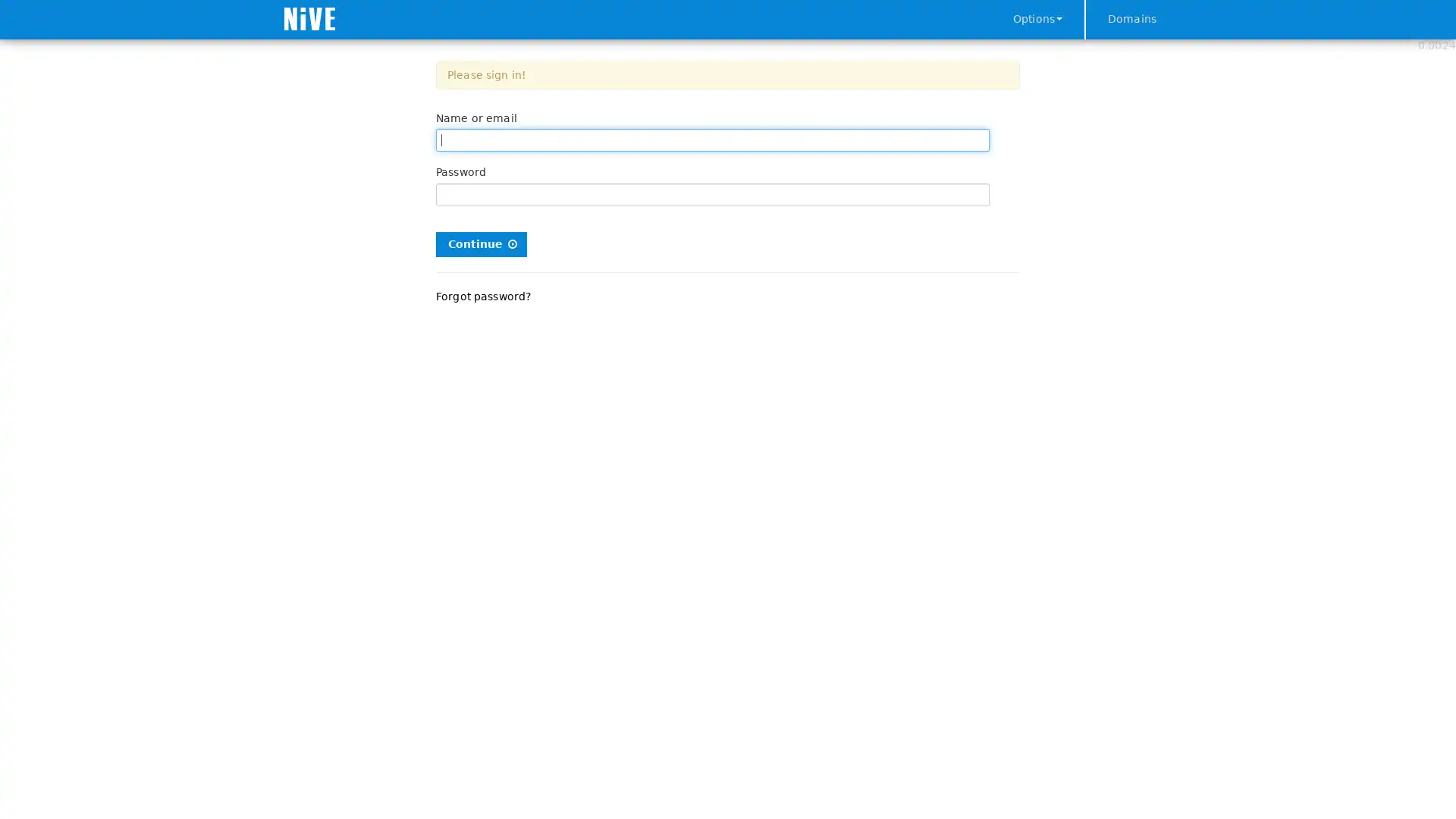 The width and height of the screenshot is (1456, 819). I want to click on Continue, so click(480, 243).